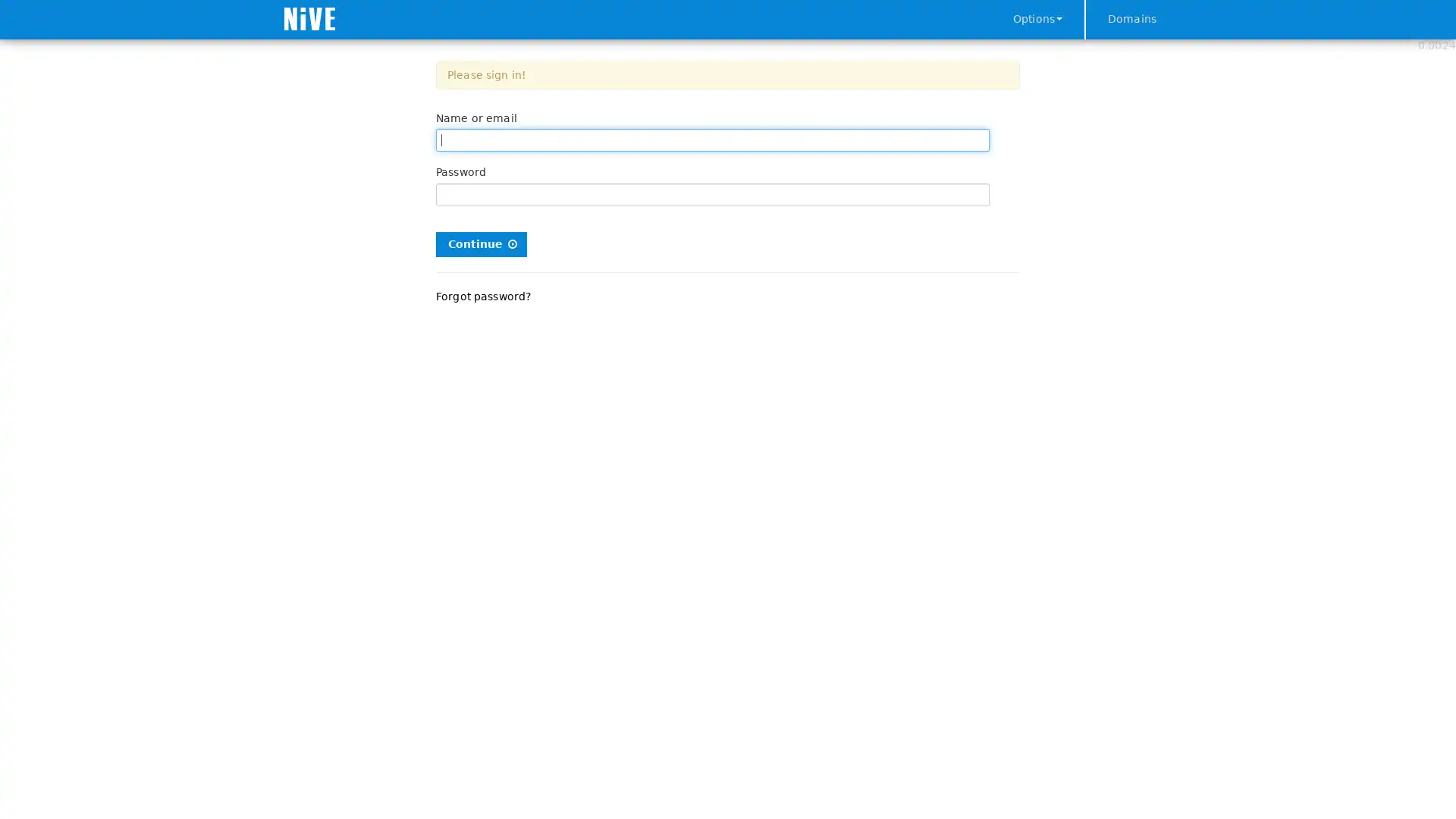 The width and height of the screenshot is (1456, 819). I want to click on Continue, so click(480, 243).